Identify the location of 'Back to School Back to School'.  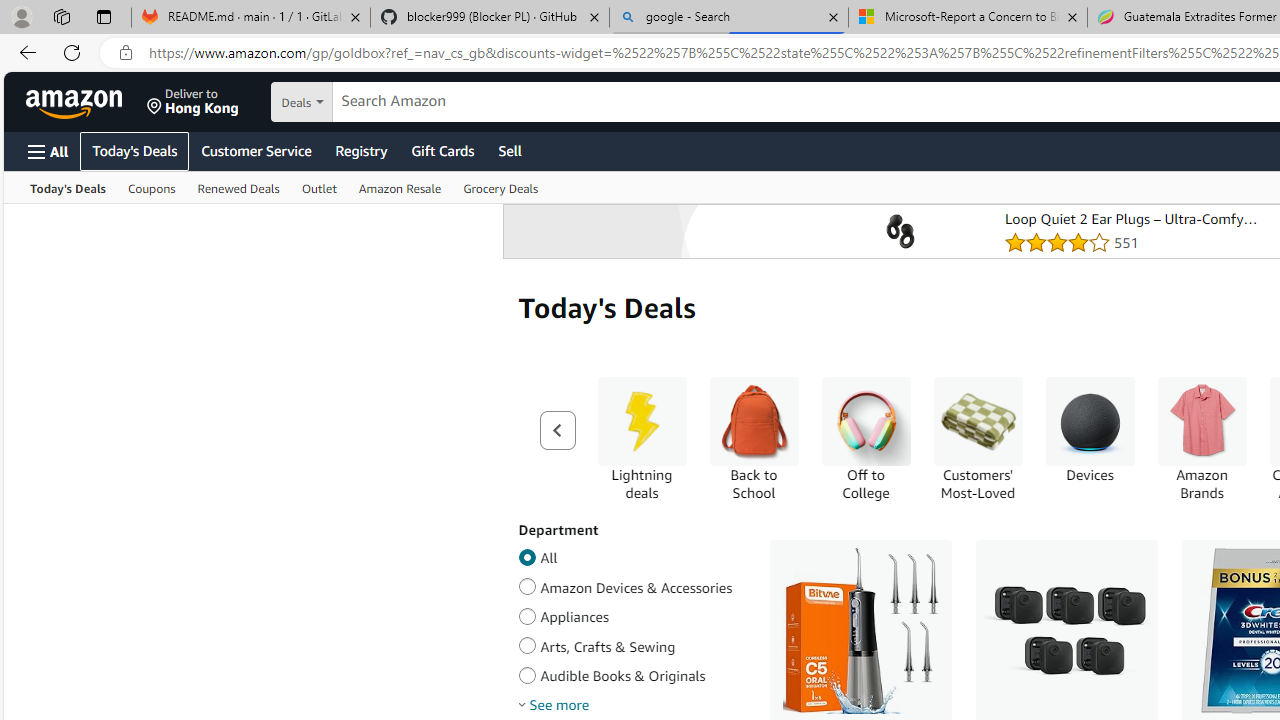
(752, 438).